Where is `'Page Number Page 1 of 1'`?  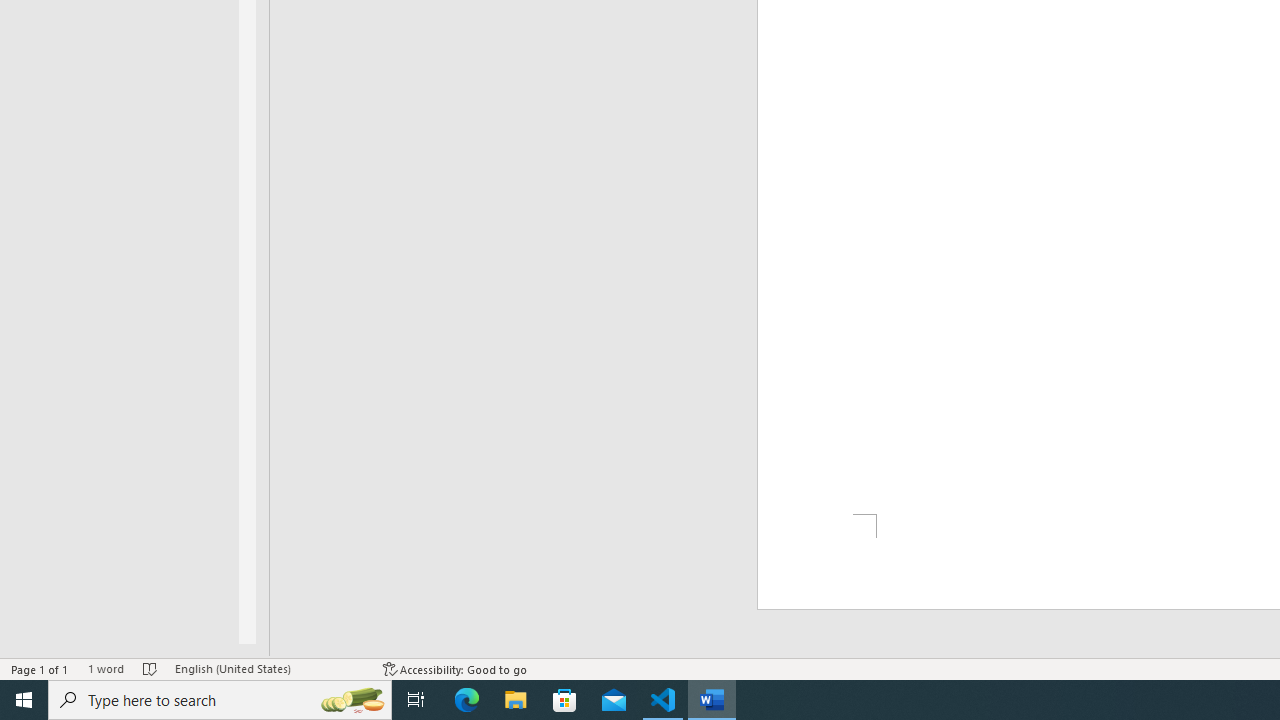 'Page Number Page 1 of 1' is located at coordinates (40, 669).